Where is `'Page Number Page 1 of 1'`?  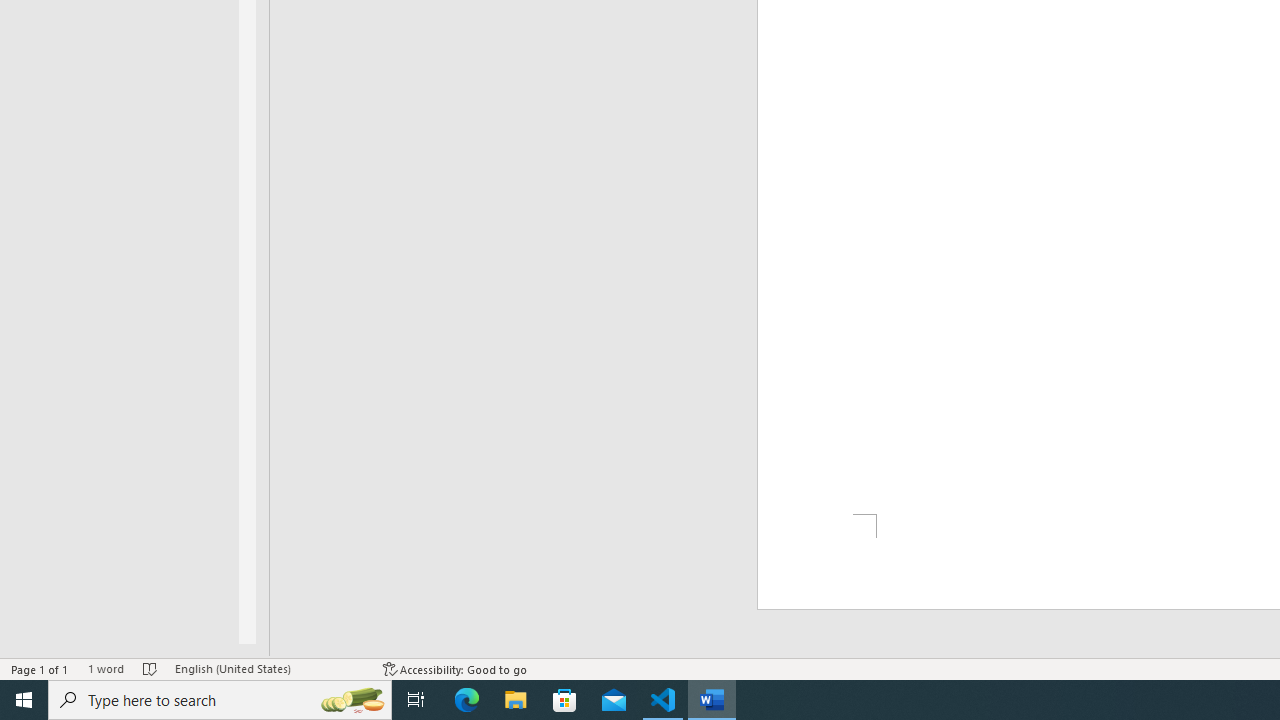 'Page Number Page 1 of 1' is located at coordinates (40, 669).